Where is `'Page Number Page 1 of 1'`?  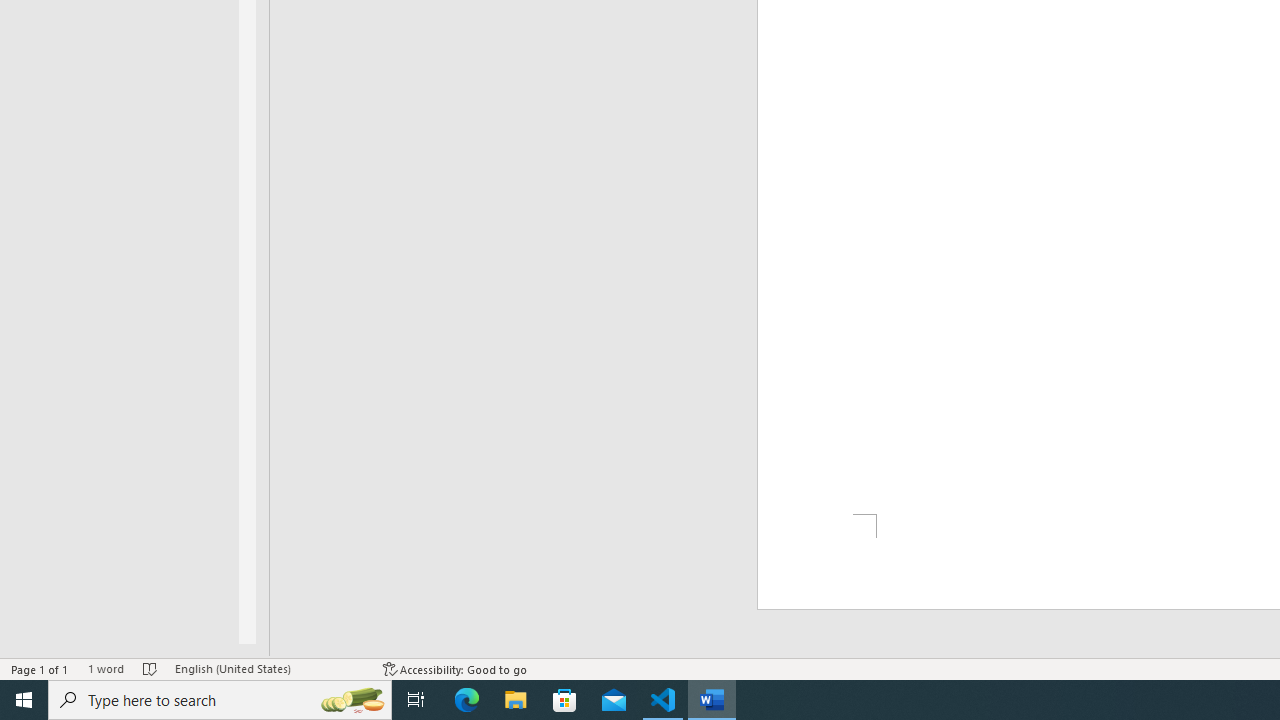 'Page Number Page 1 of 1' is located at coordinates (40, 669).